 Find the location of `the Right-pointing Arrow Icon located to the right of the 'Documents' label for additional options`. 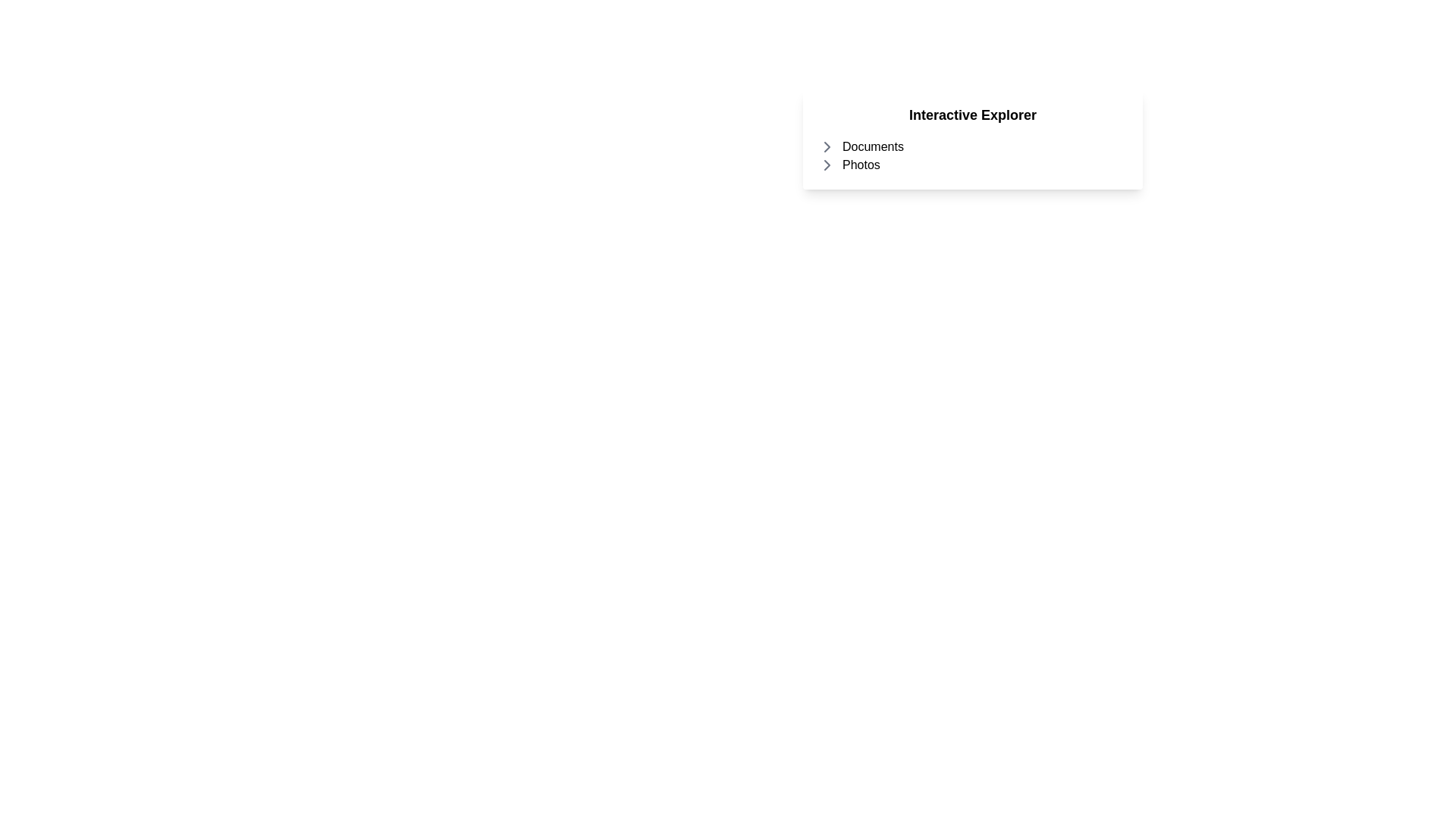

the Right-pointing Arrow Icon located to the right of the 'Documents' label for additional options is located at coordinates (826, 146).